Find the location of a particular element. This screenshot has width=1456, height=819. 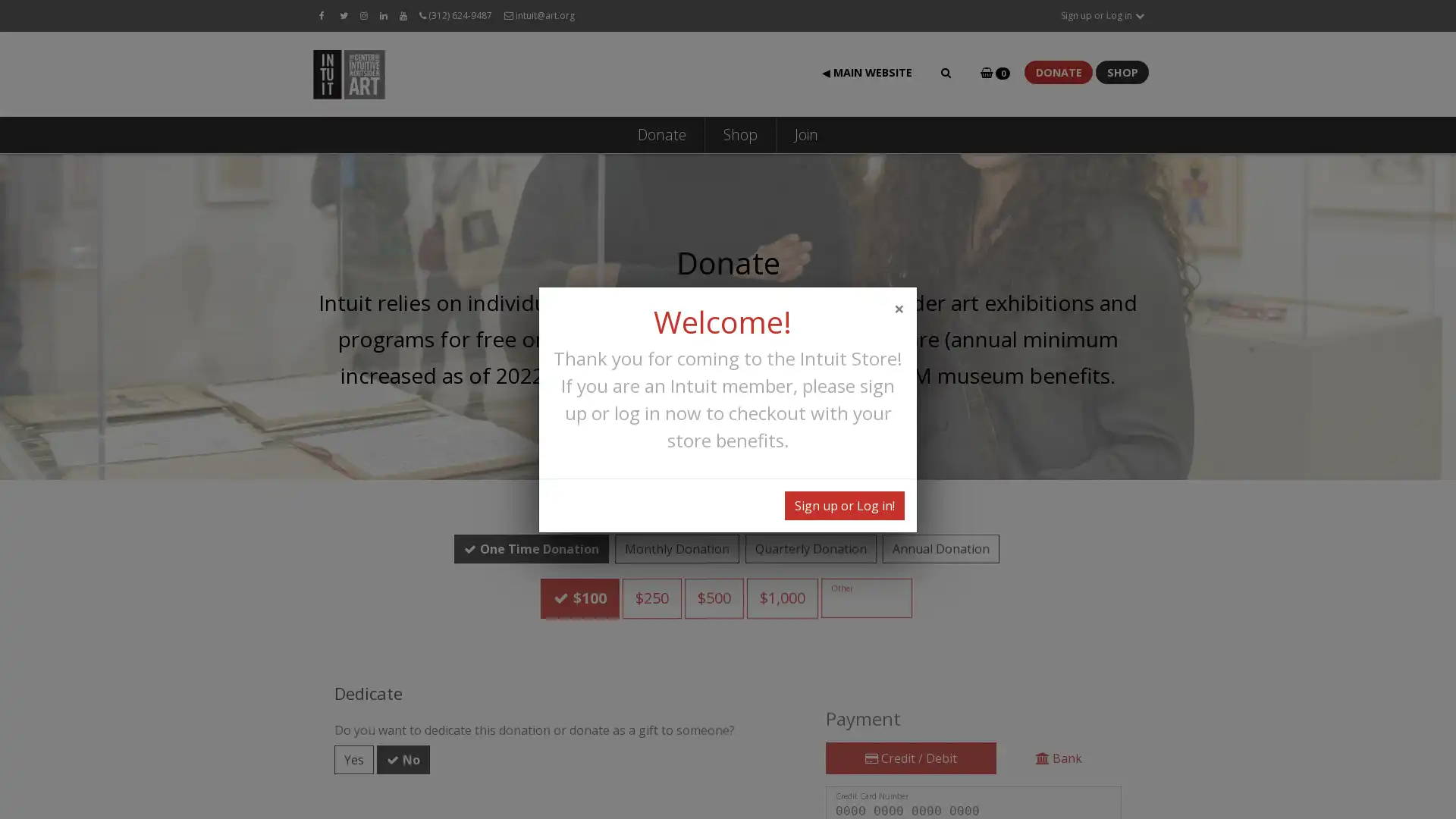

Bank is located at coordinates (1058, 705).